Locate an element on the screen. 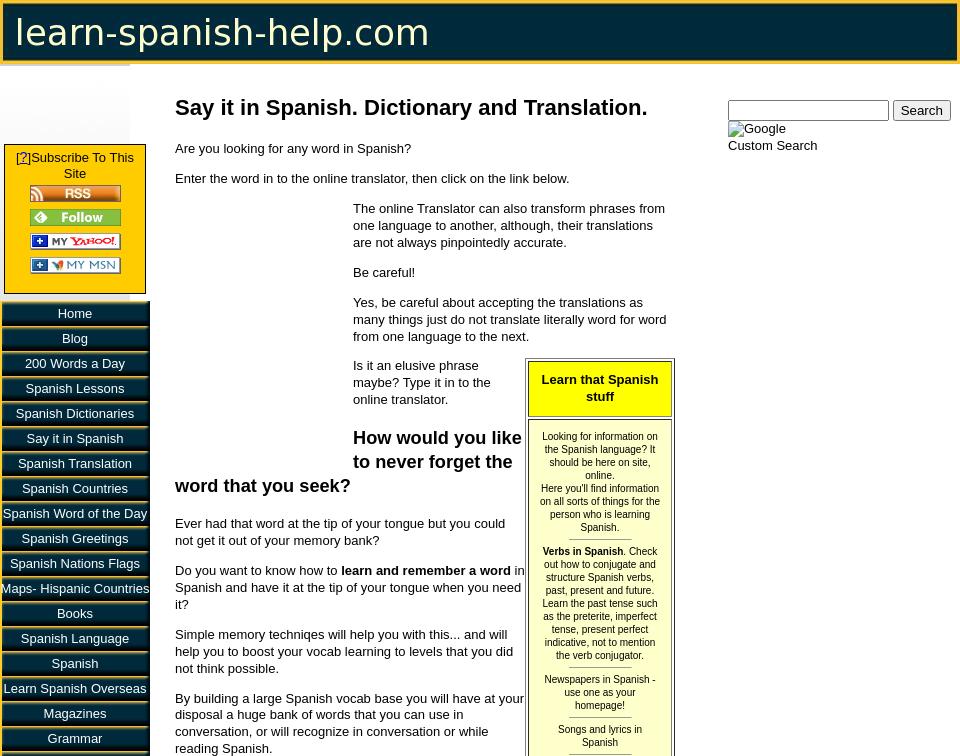 The width and height of the screenshot is (960, 756). 'Songs and lyrics in Spanish' is located at coordinates (599, 735).